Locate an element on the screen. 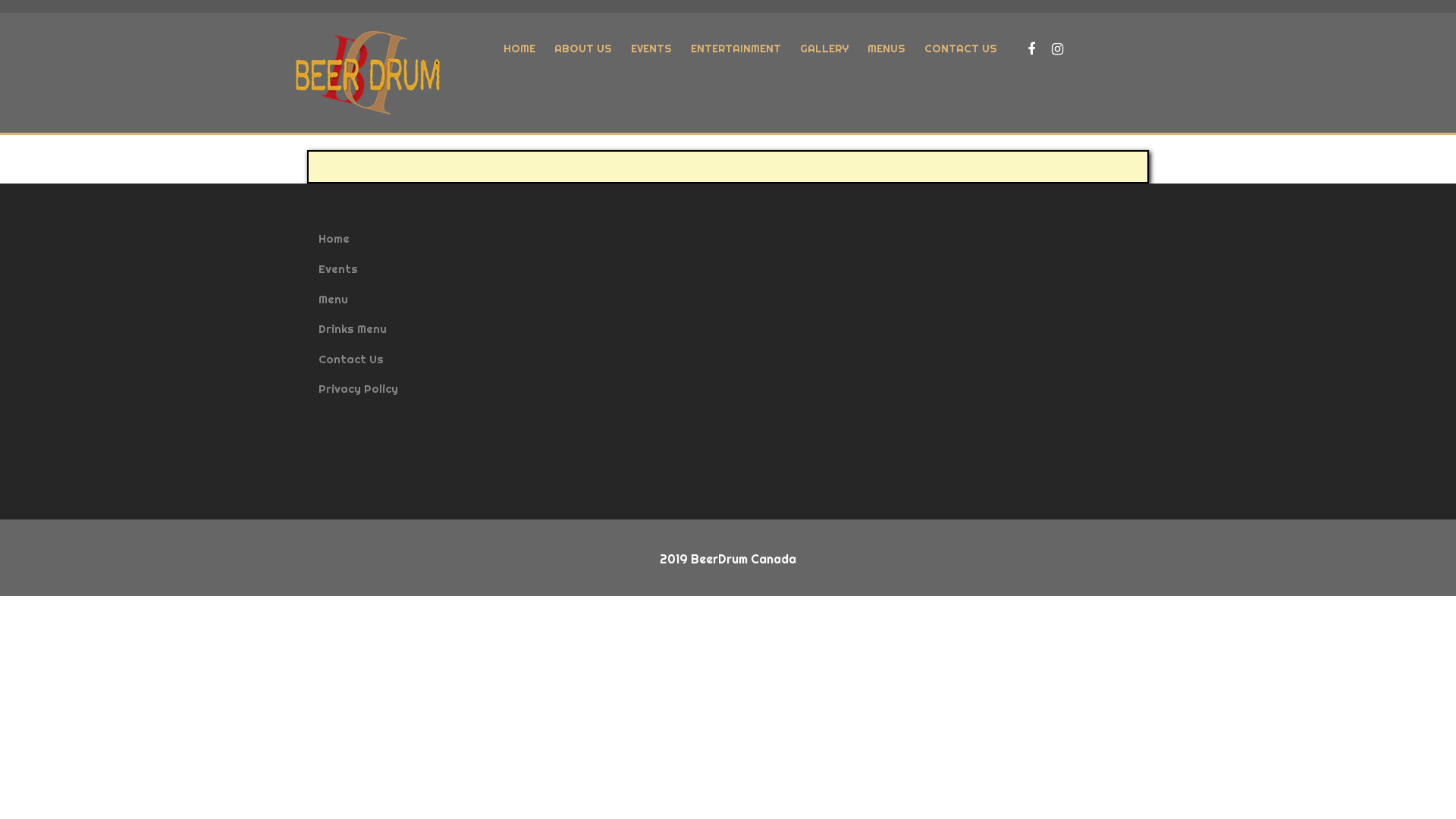 This screenshot has width=1456, height=819. 'ABOUT US' is located at coordinates (582, 48).